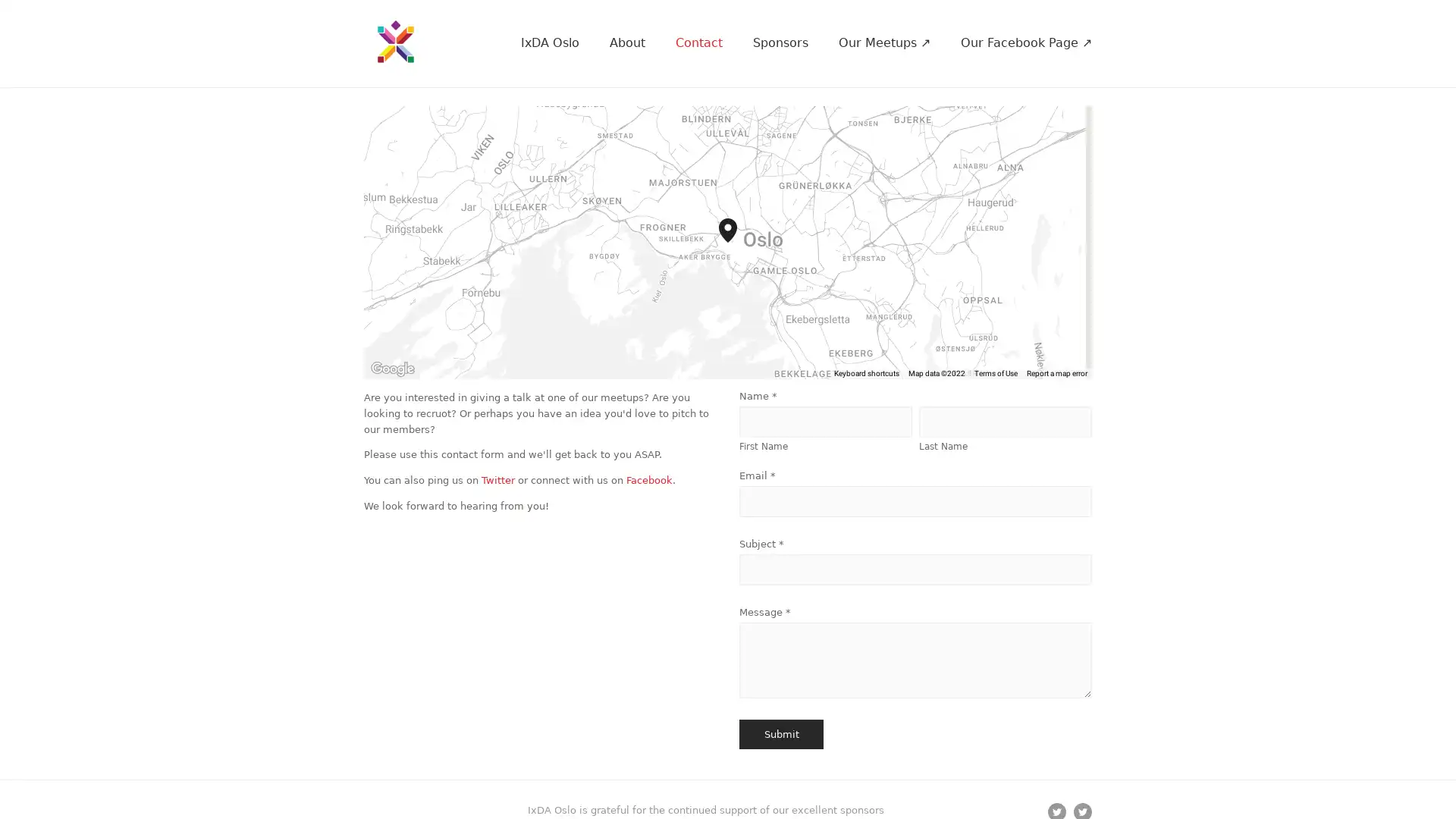 The height and width of the screenshot is (819, 1456). I want to click on Submit, so click(781, 733).